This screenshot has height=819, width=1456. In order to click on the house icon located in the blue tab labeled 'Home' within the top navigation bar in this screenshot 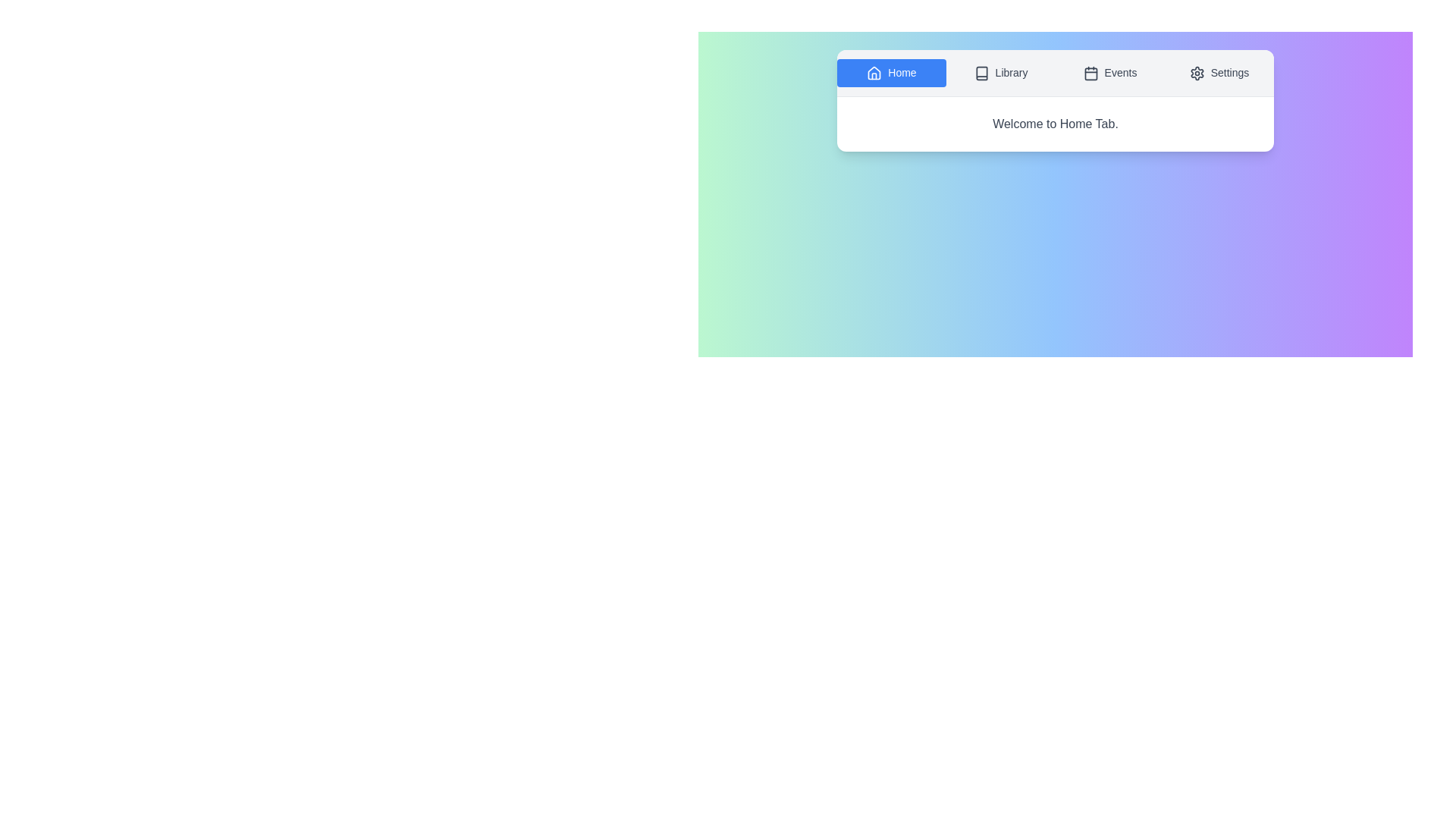, I will do `click(874, 73)`.